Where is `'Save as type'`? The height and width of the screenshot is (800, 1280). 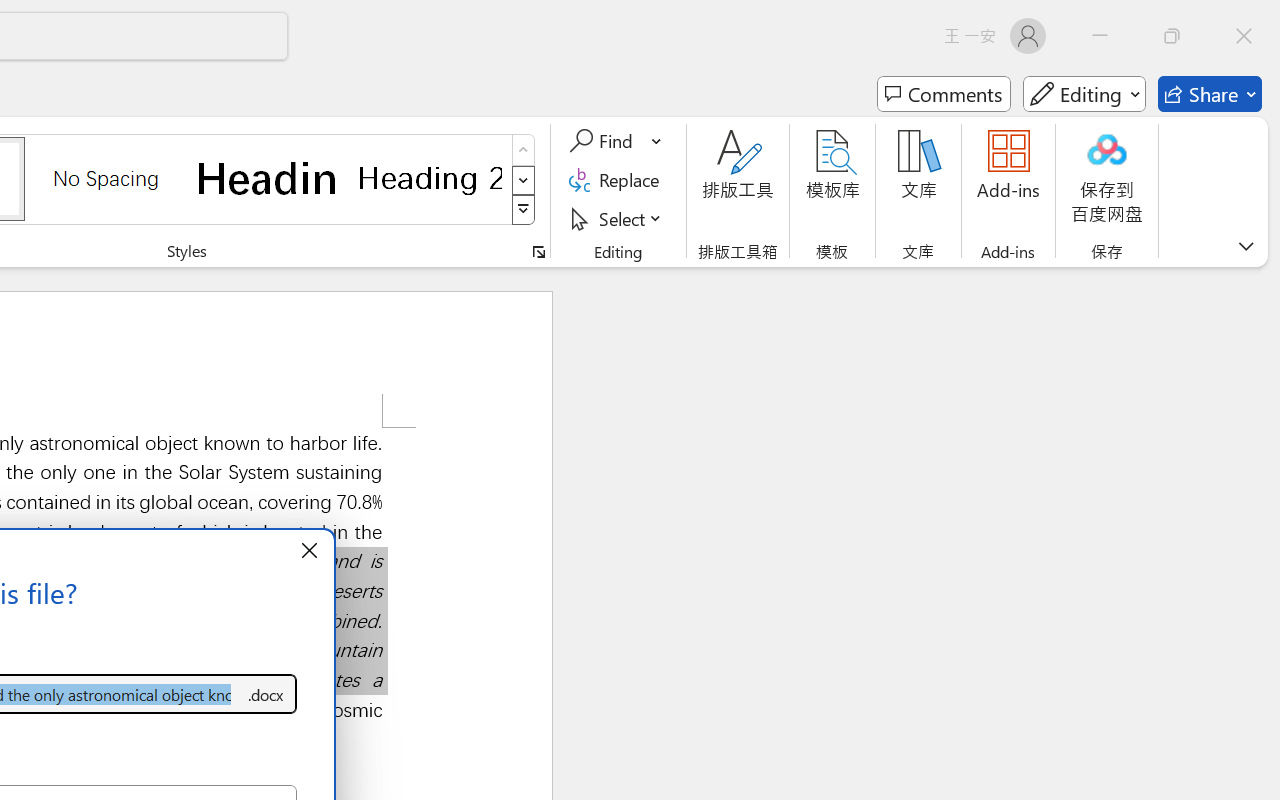 'Save as type' is located at coordinates (264, 694).